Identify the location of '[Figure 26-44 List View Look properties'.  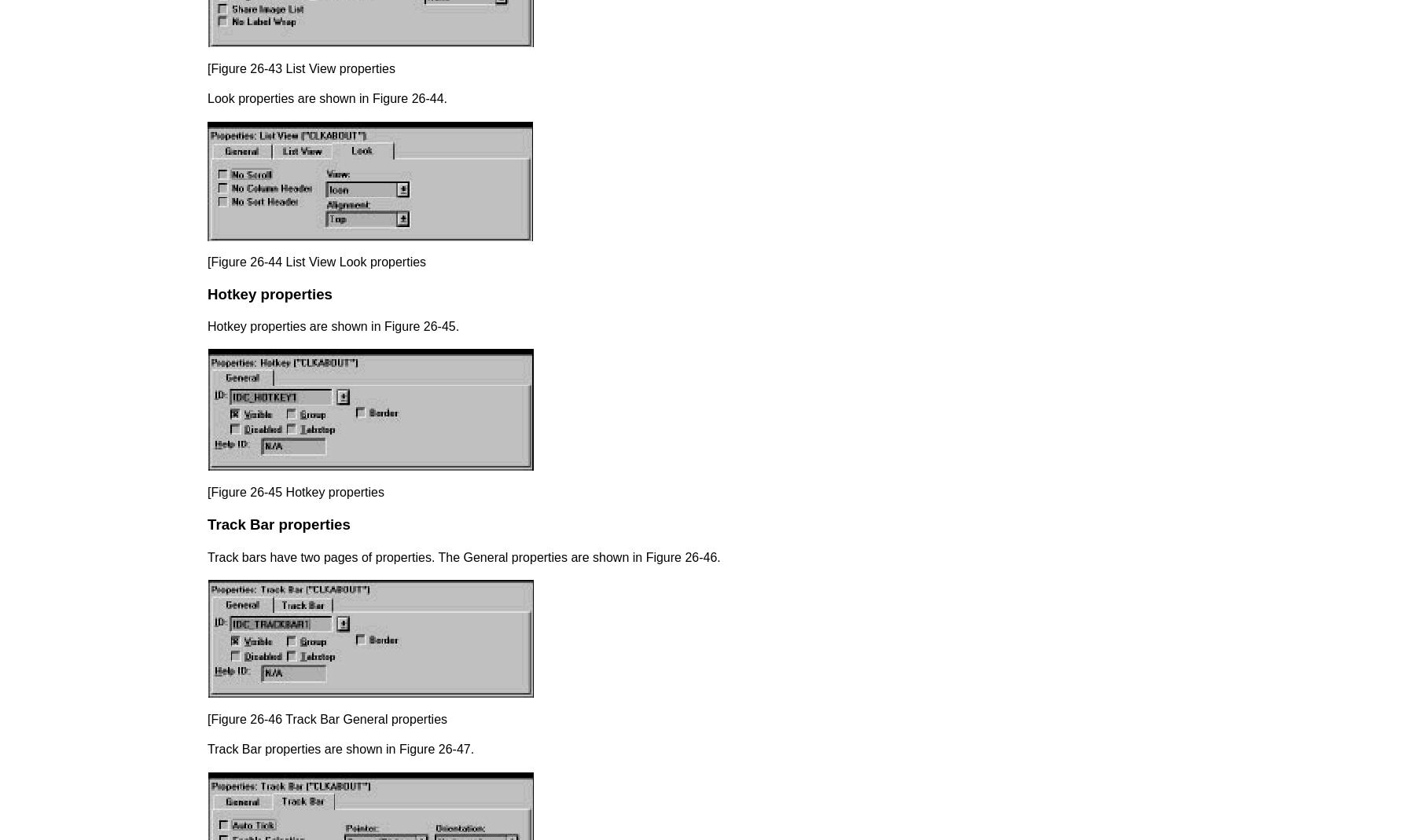
(207, 261).